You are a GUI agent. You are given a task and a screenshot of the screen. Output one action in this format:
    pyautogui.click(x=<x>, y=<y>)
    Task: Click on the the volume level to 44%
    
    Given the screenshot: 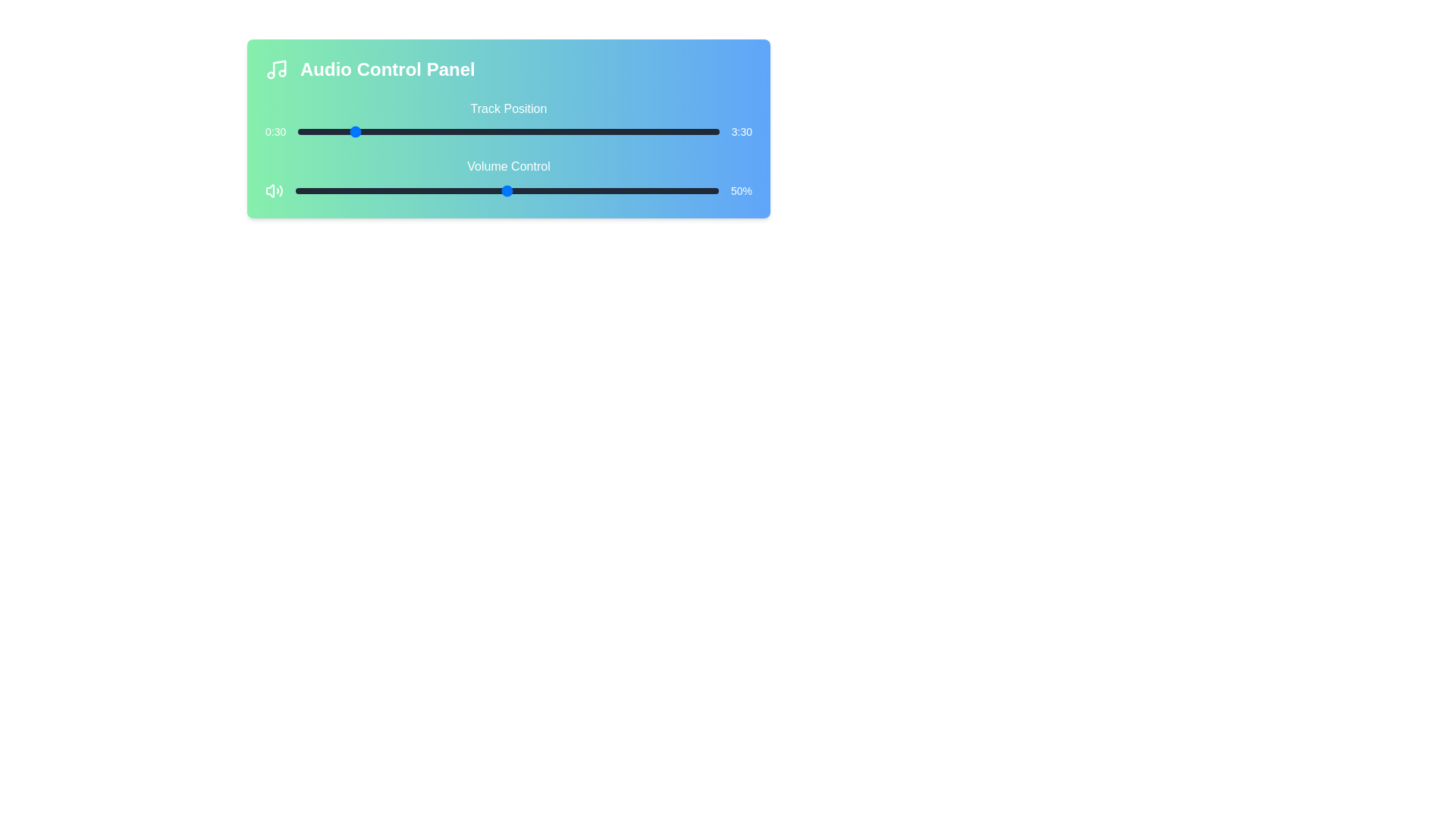 What is the action you would take?
    pyautogui.click(x=481, y=190)
    